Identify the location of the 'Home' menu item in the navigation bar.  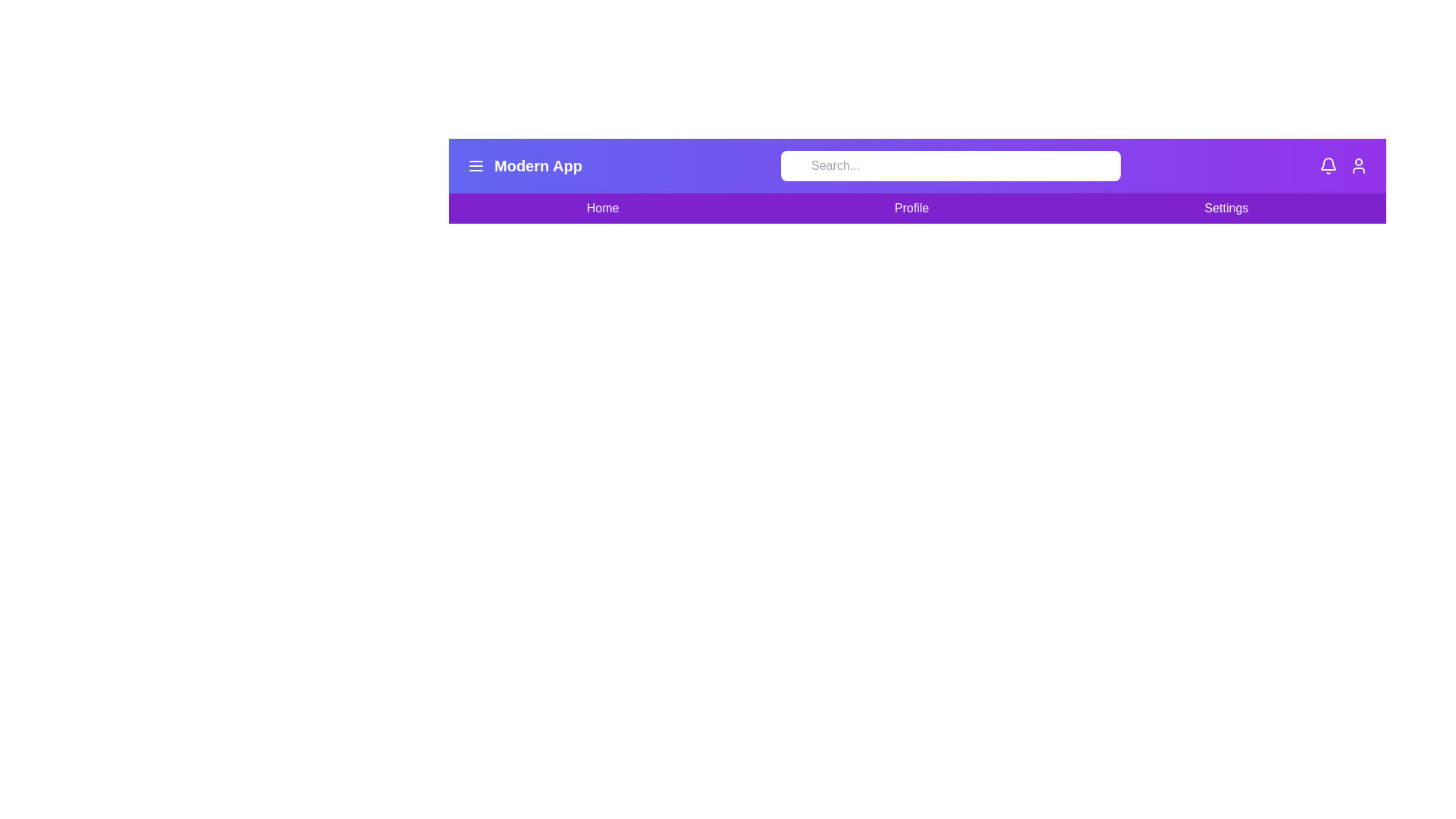
(602, 208).